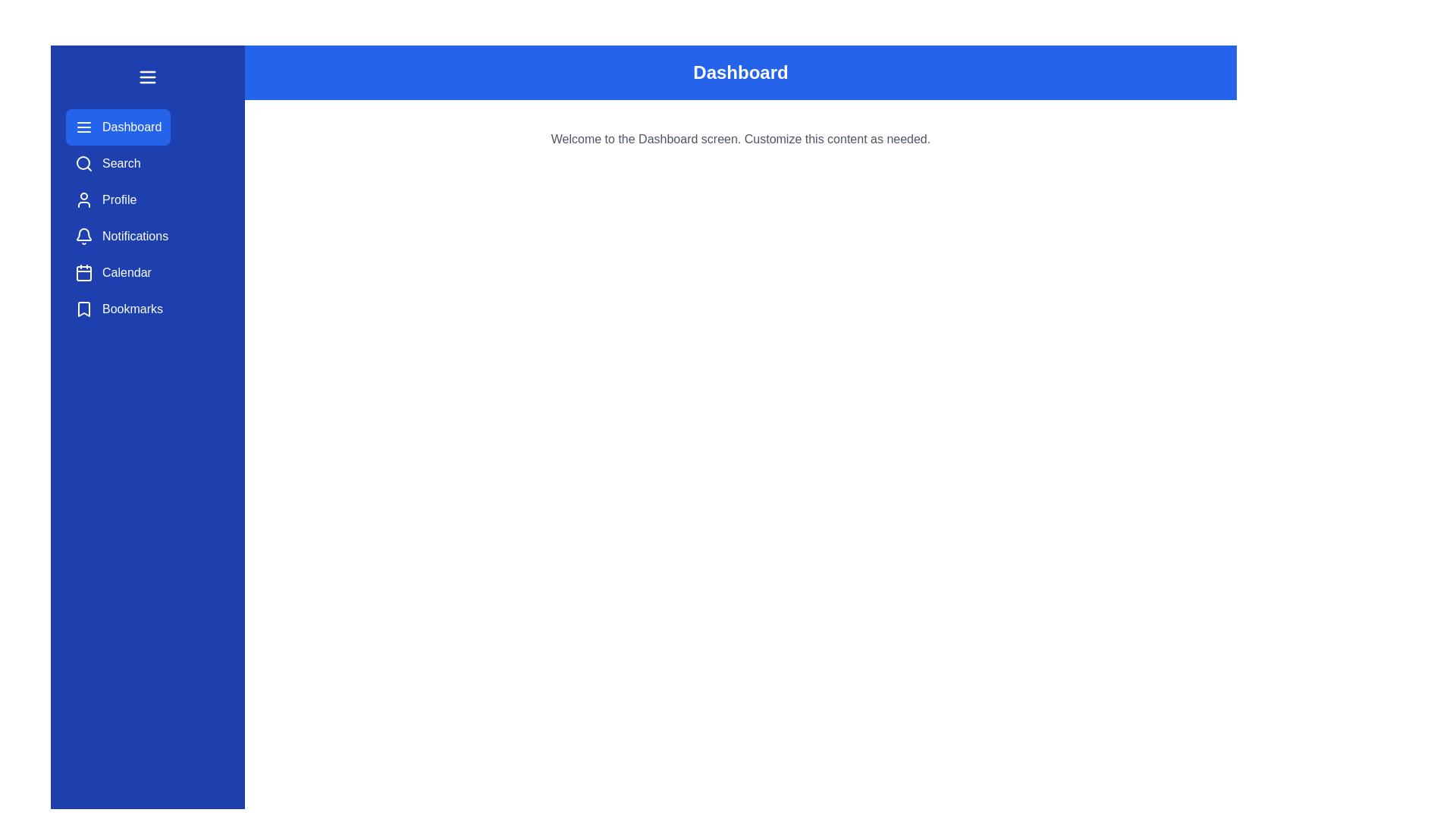 The width and height of the screenshot is (1456, 819). What do you see at coordinates (133, 309) in the screenshot?
I see `text content of the 'Bookmarks' label located in the sixth position of the vertical navigation menu on the left side of the interface` at bounding box center [133, 309].